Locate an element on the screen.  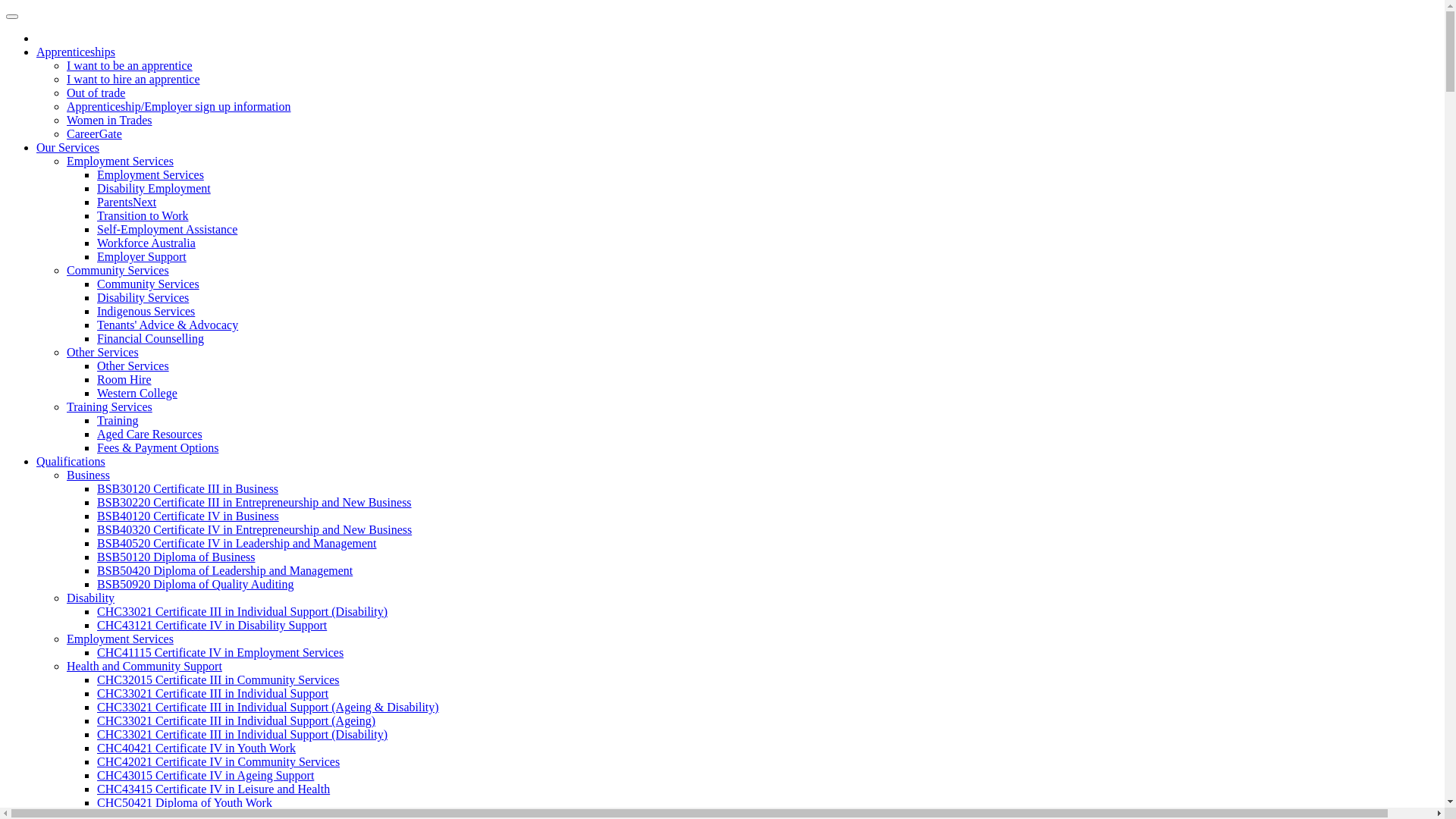
'ParentsNext' is located at coordinates (127, 201).